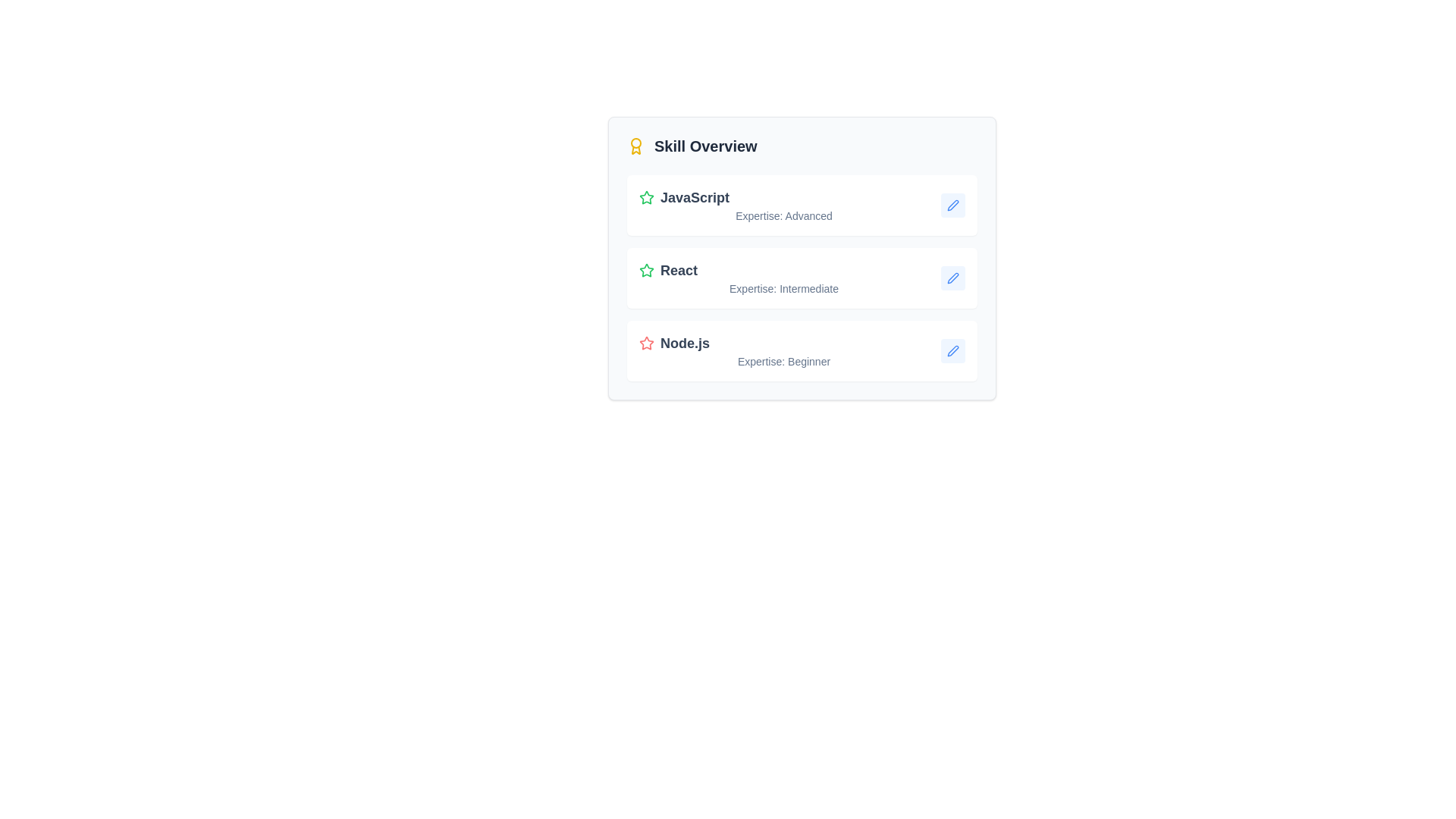 Image resolution: width=1456 pixels, height=819 pixels. What do you see at coordinates (952, 350) in the screenshot?
I see `the button with a pen icon, which has a light blue background and blue borders, located beside the 'Node.js' skill entry` at bounding box center [952, 350].